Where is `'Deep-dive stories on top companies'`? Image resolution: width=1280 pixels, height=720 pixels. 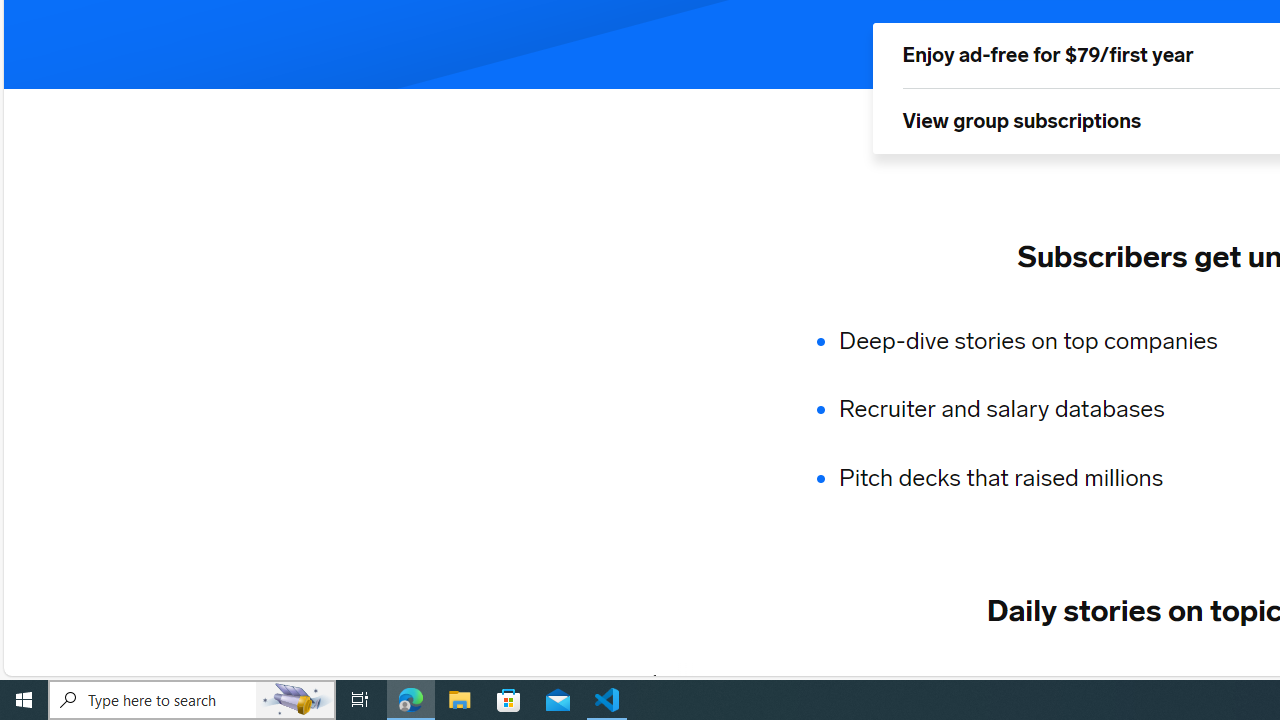 'Deep-dive stories on top companies' is located at coordinates (1040, 339).